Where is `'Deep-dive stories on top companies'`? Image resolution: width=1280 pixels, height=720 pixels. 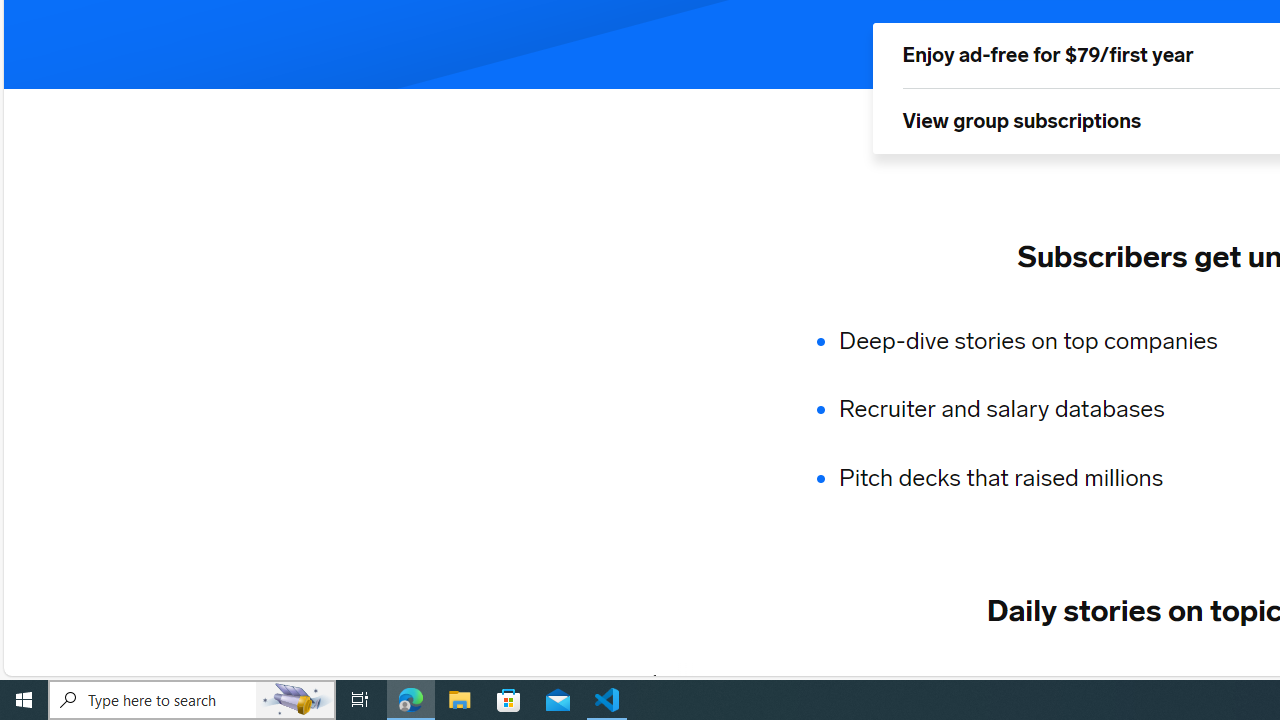 'Deep-dive stories on top companies' is located at coordinates (1040, 339).